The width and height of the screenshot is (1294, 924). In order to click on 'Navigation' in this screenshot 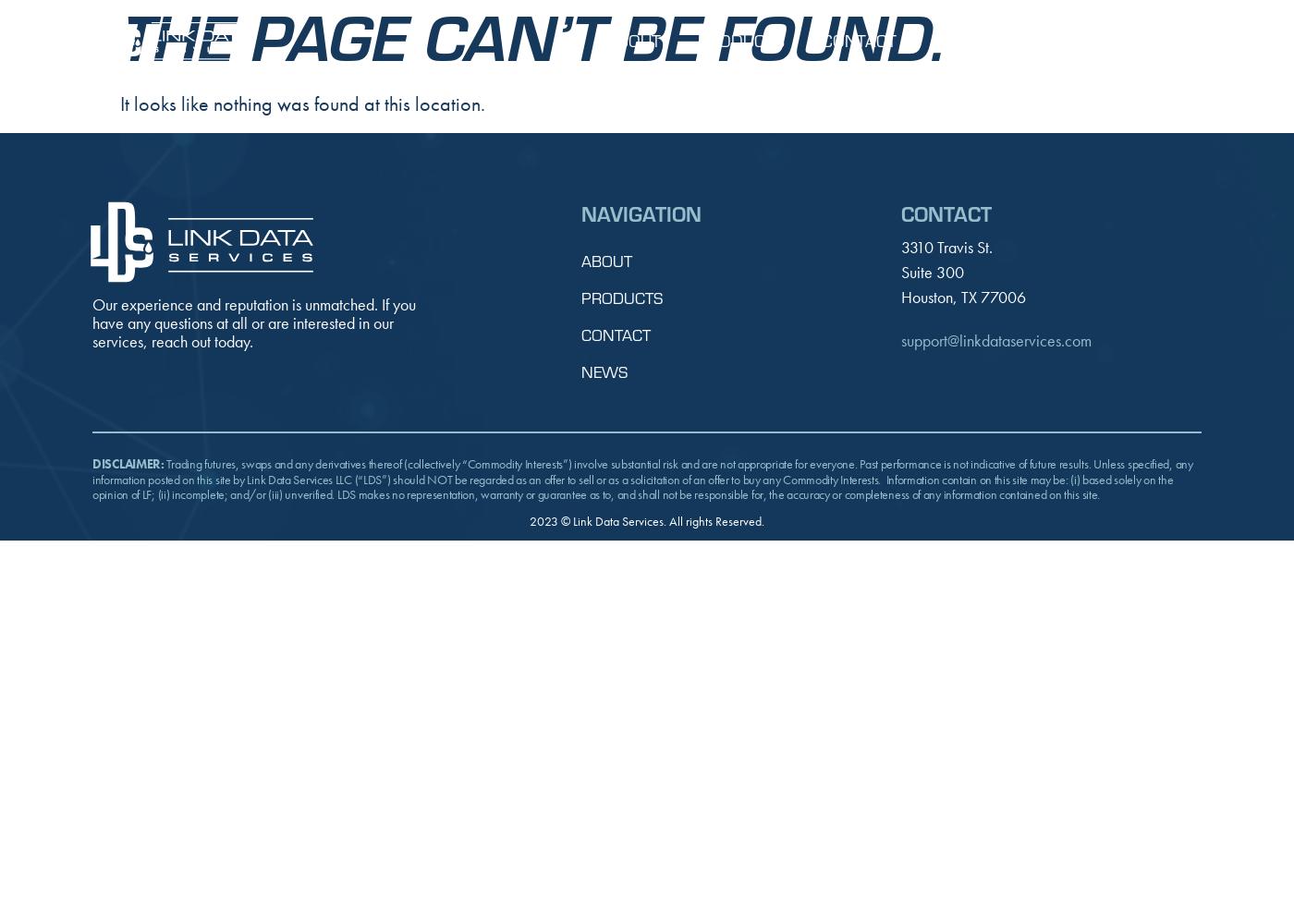, I will do `click(641, 211)`.